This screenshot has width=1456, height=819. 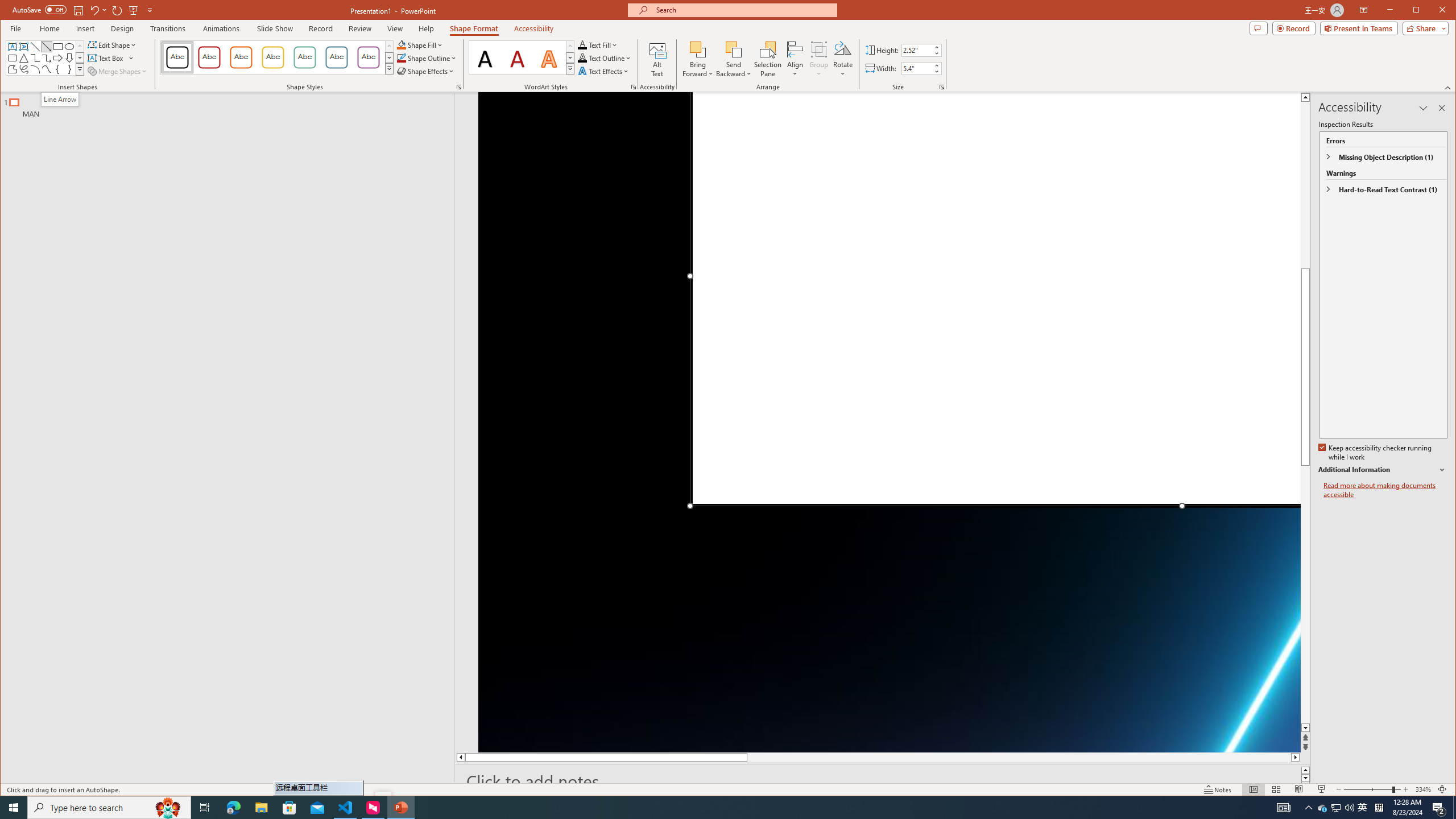 What do you see at coordinates (486, 57) in the screenshot?
I see `'Fill: Black, Text color 1; Shadow'` at bounding box center [486, 57].